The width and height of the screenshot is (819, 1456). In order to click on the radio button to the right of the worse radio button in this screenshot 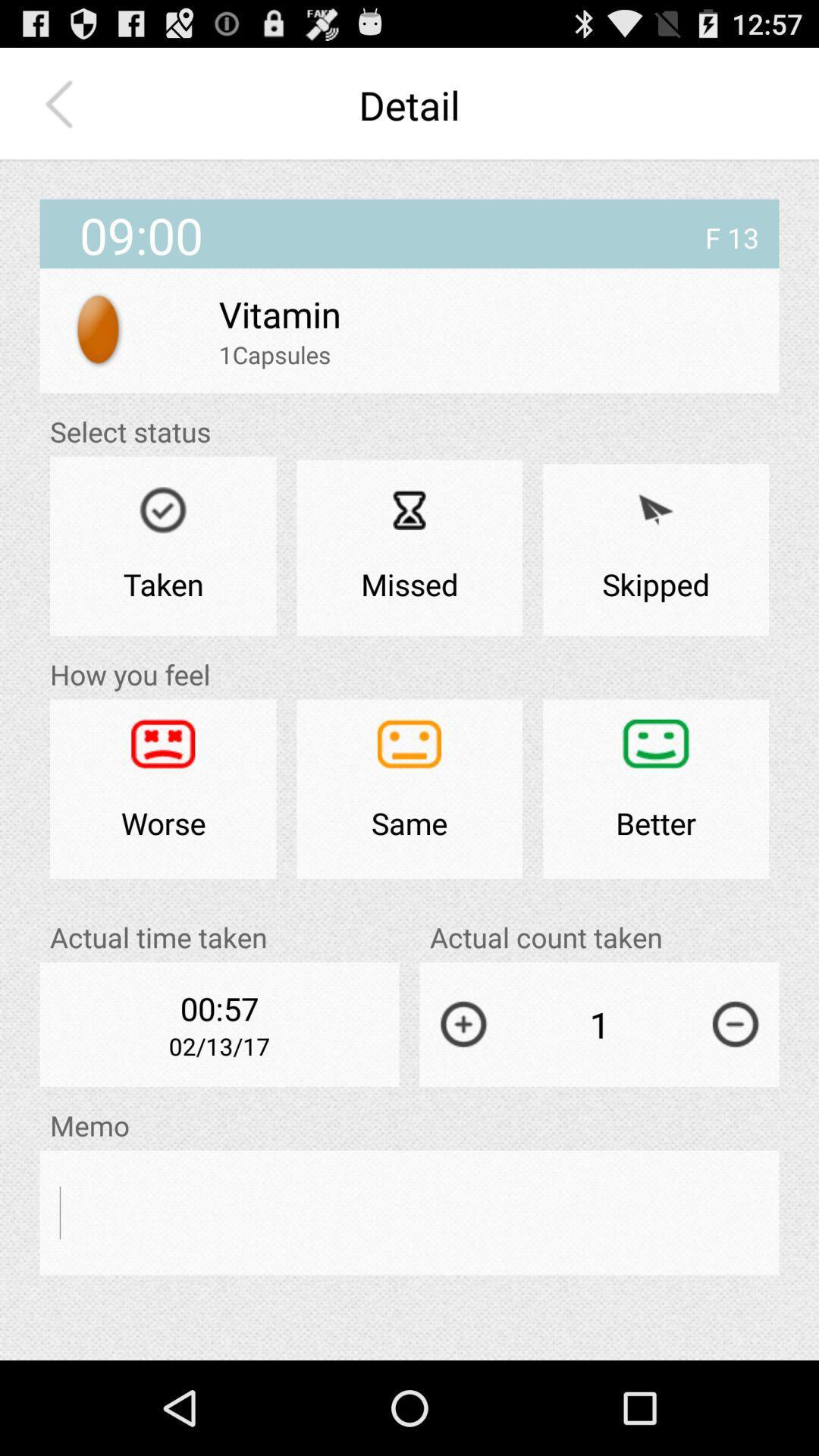, I will do `click(409, 789)`.